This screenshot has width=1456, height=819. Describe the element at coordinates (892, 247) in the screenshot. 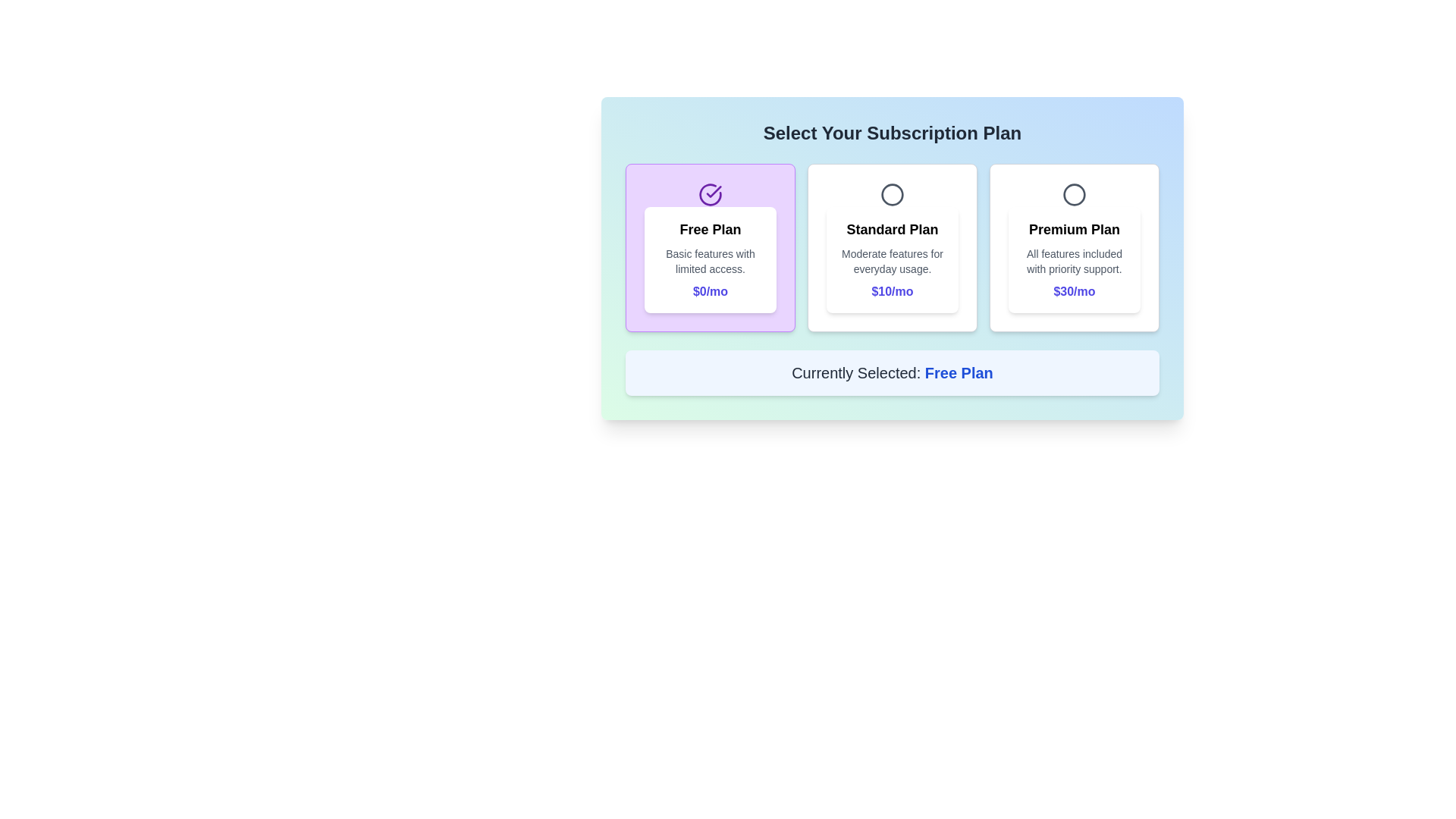

I see `keyboard navigation` at that location.